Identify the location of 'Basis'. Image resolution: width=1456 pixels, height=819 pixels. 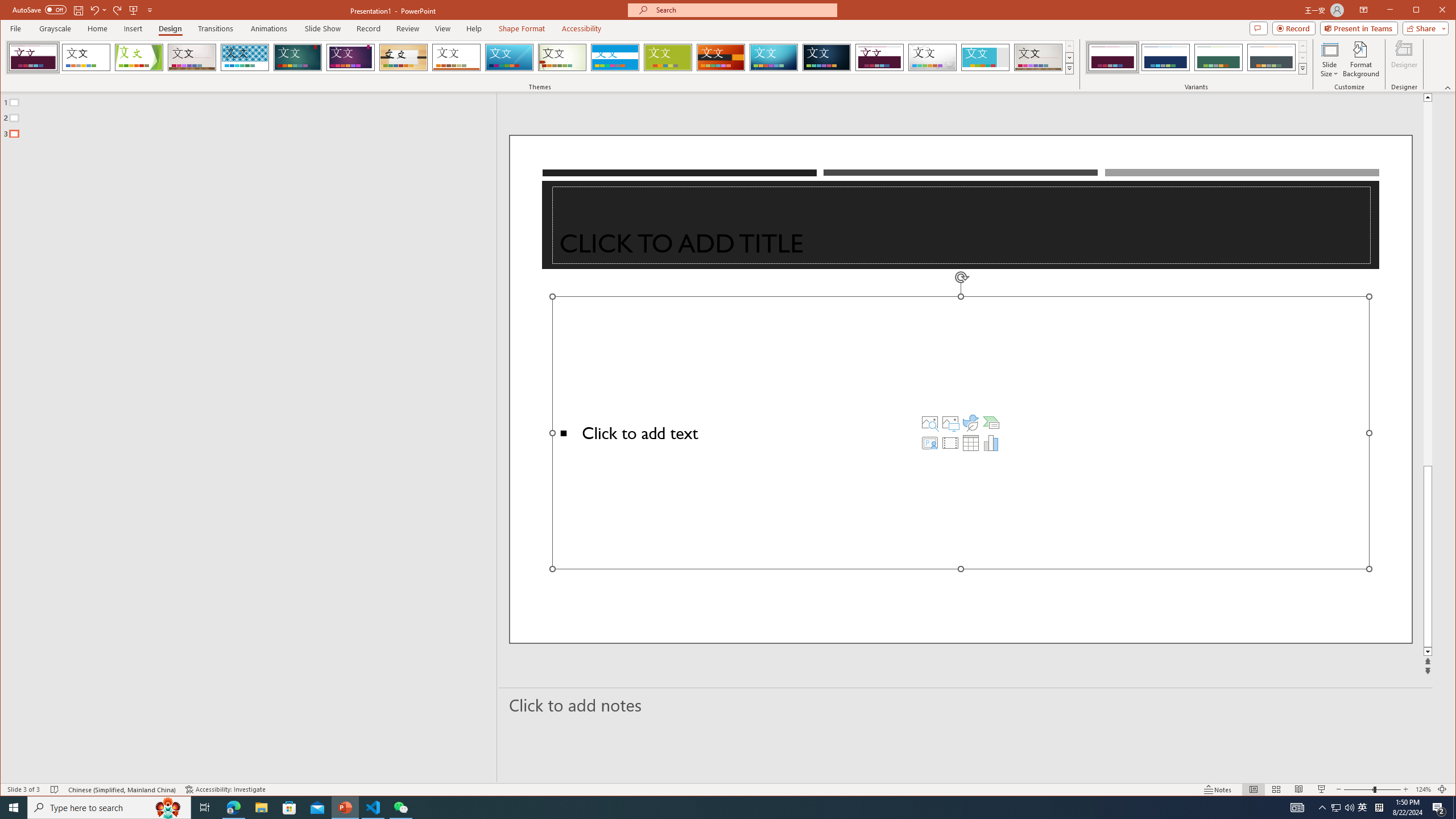
(668, 57).